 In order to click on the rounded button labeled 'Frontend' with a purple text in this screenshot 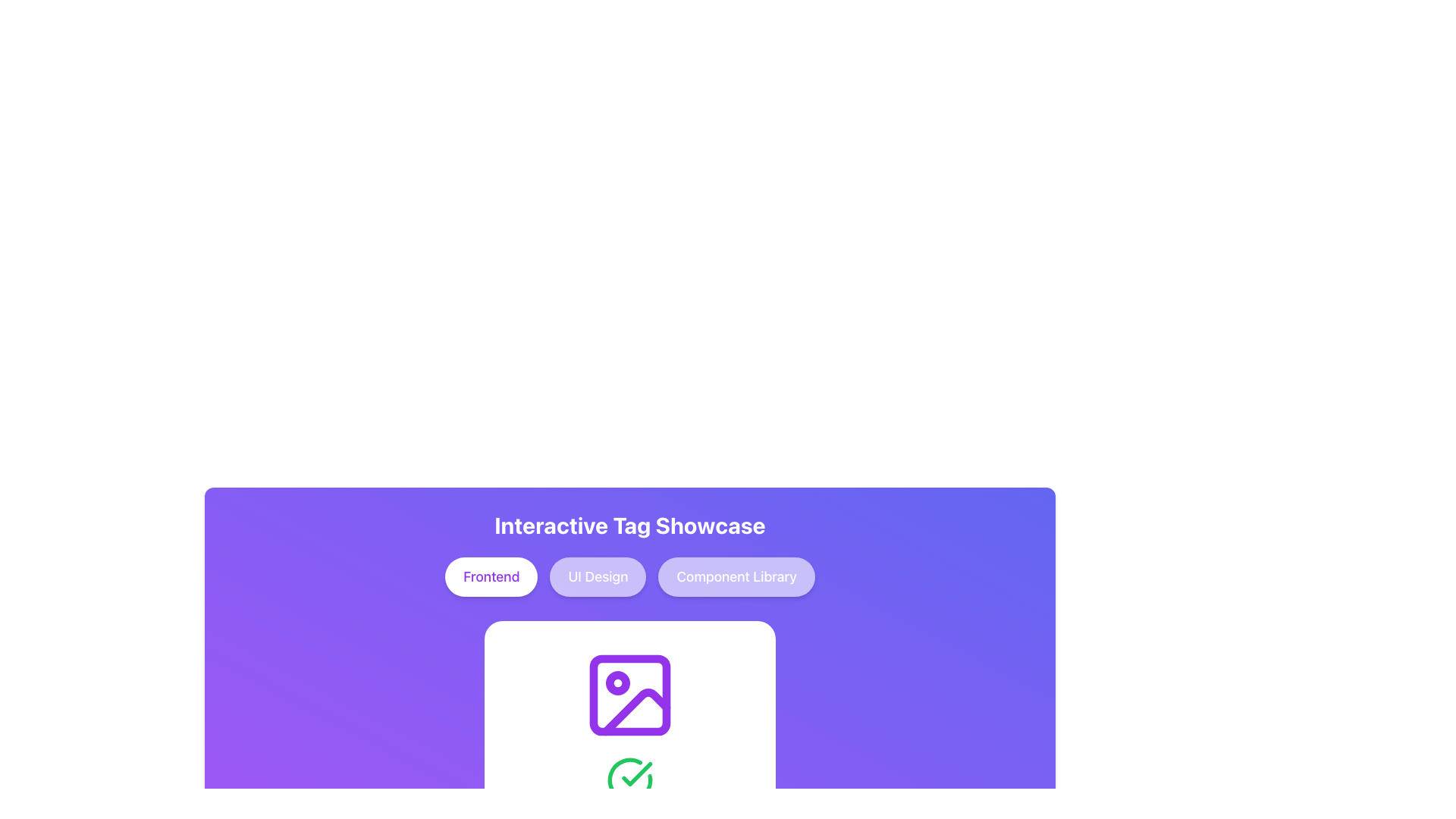, I will do `click(491, 576)`.